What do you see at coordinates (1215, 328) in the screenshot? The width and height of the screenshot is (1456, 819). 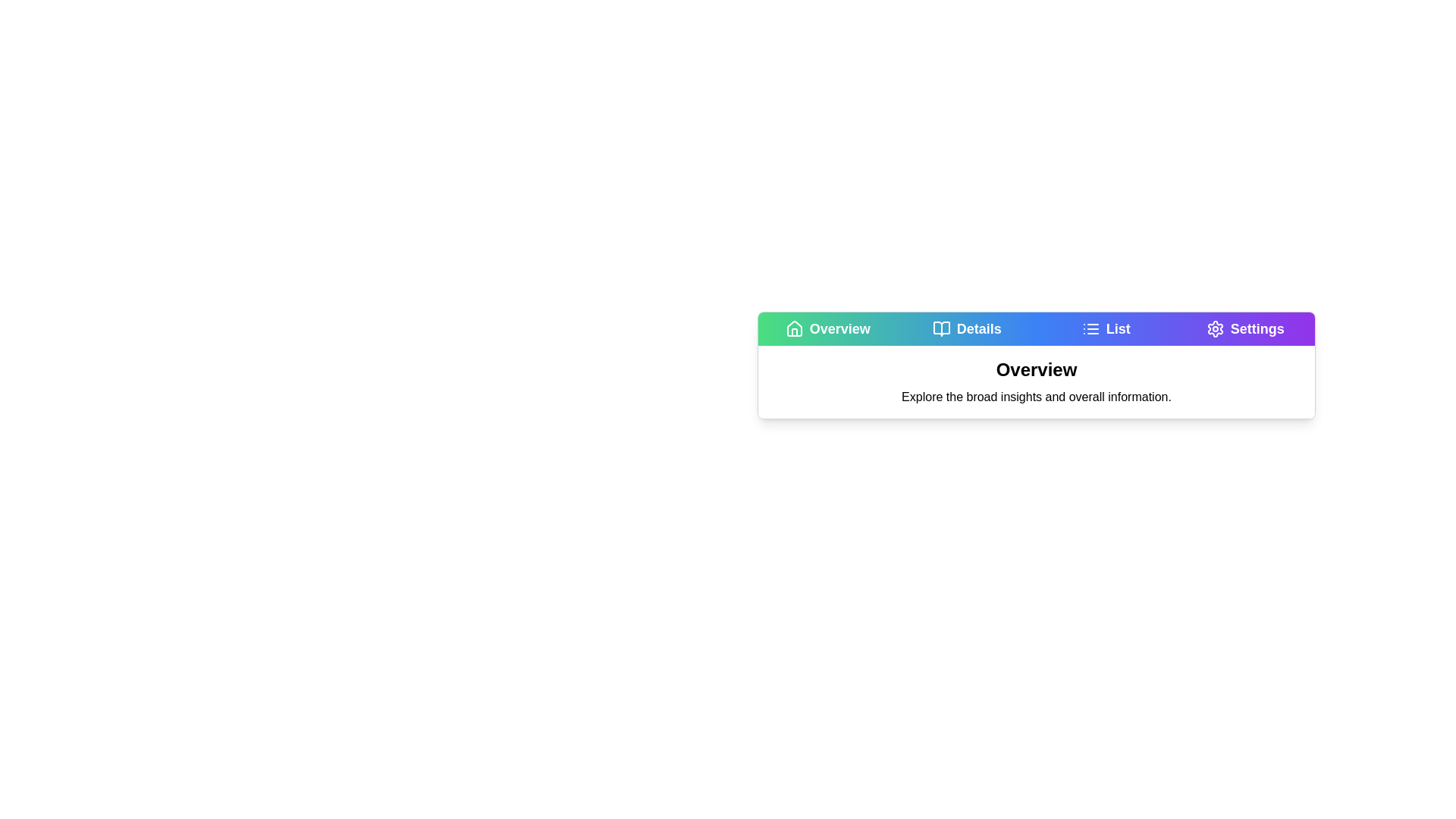 I see `the gear-like settings icon in the top-right corner` at bounding box center [1215, 328].